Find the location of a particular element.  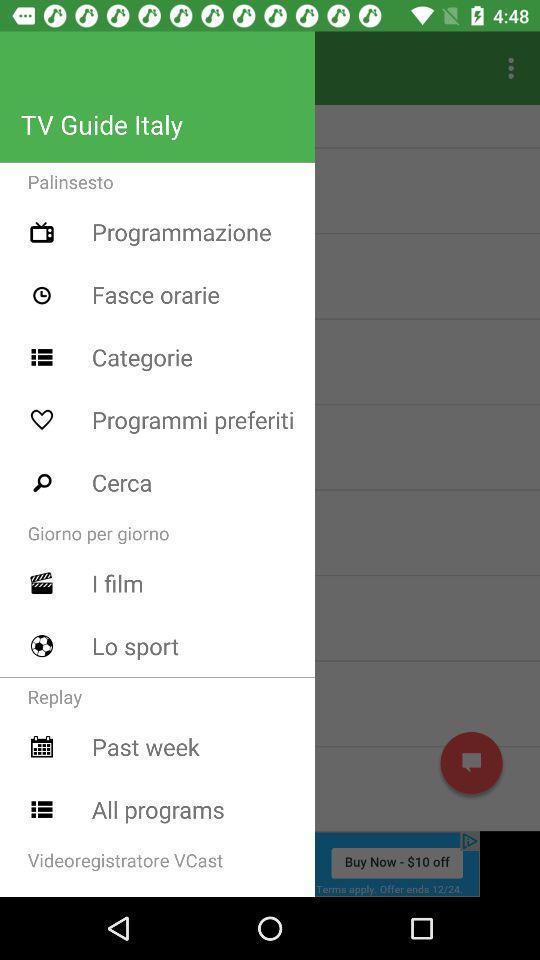

the icon left side of all programs is located at coordinates (42, 810).